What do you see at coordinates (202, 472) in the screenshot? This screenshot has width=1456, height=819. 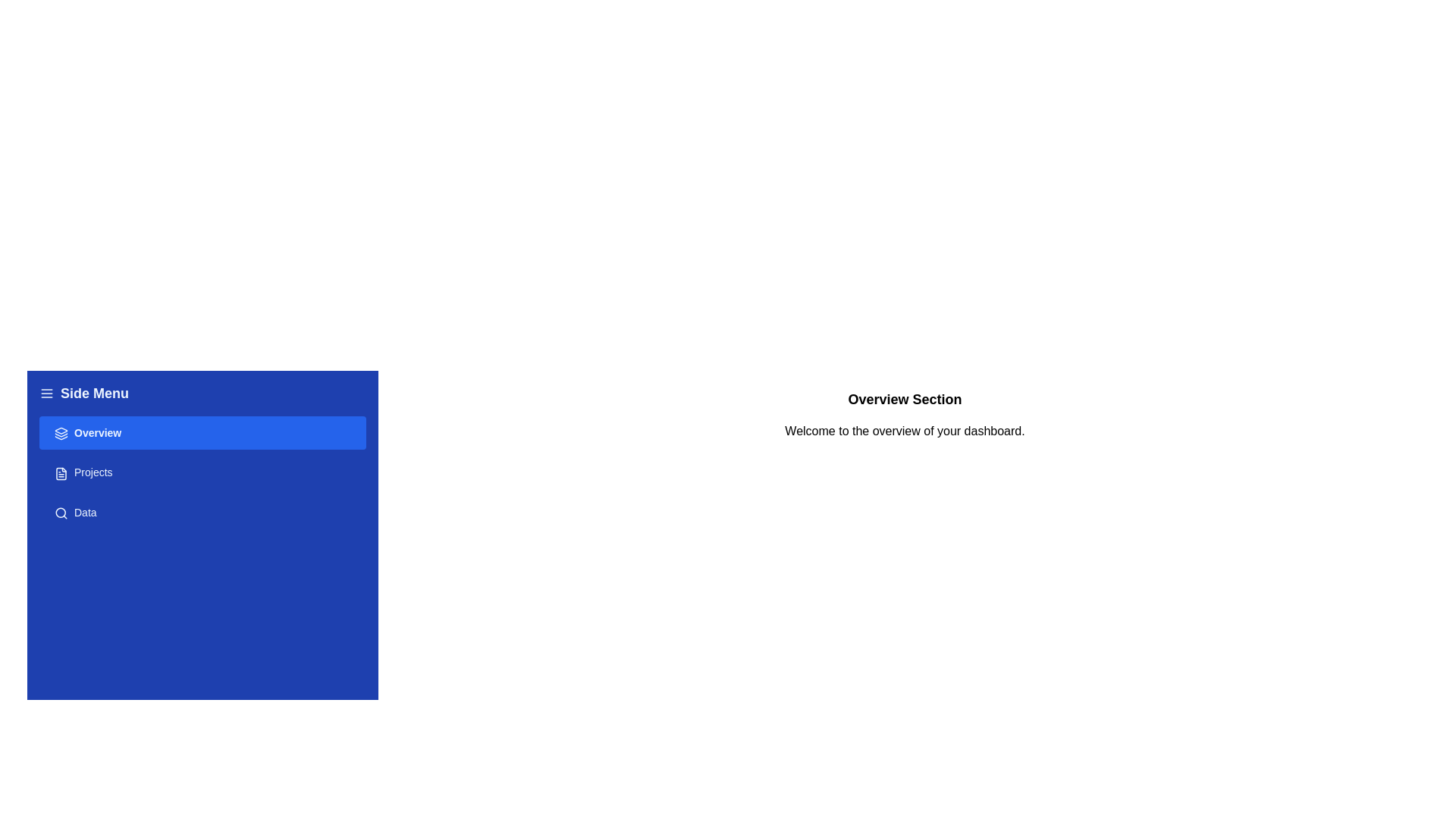 I see `the 'Projects' button in the sidebar` at bounding box center [202, 472].